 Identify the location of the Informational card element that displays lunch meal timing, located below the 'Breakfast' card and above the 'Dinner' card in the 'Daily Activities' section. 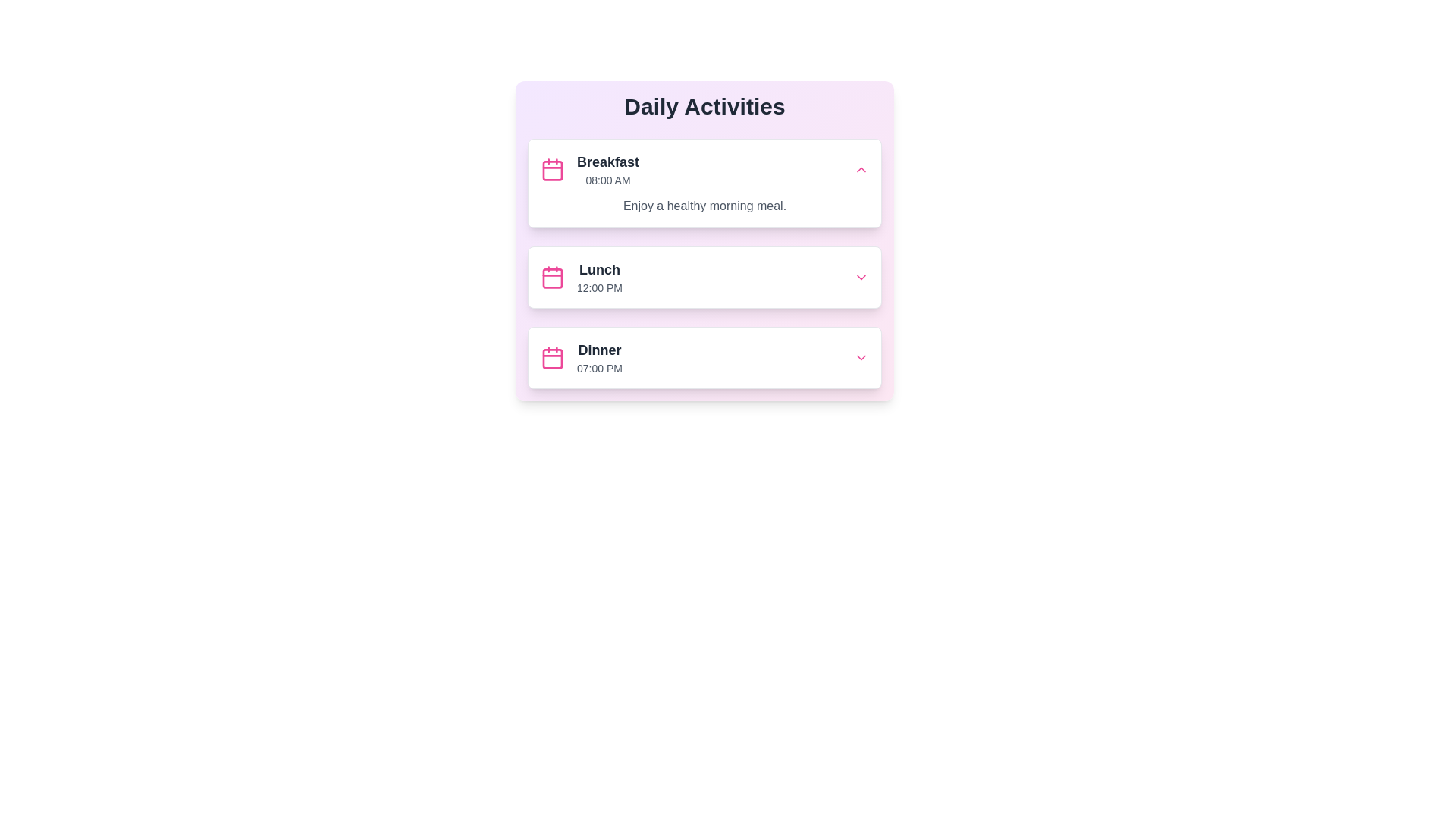
(704, 262).